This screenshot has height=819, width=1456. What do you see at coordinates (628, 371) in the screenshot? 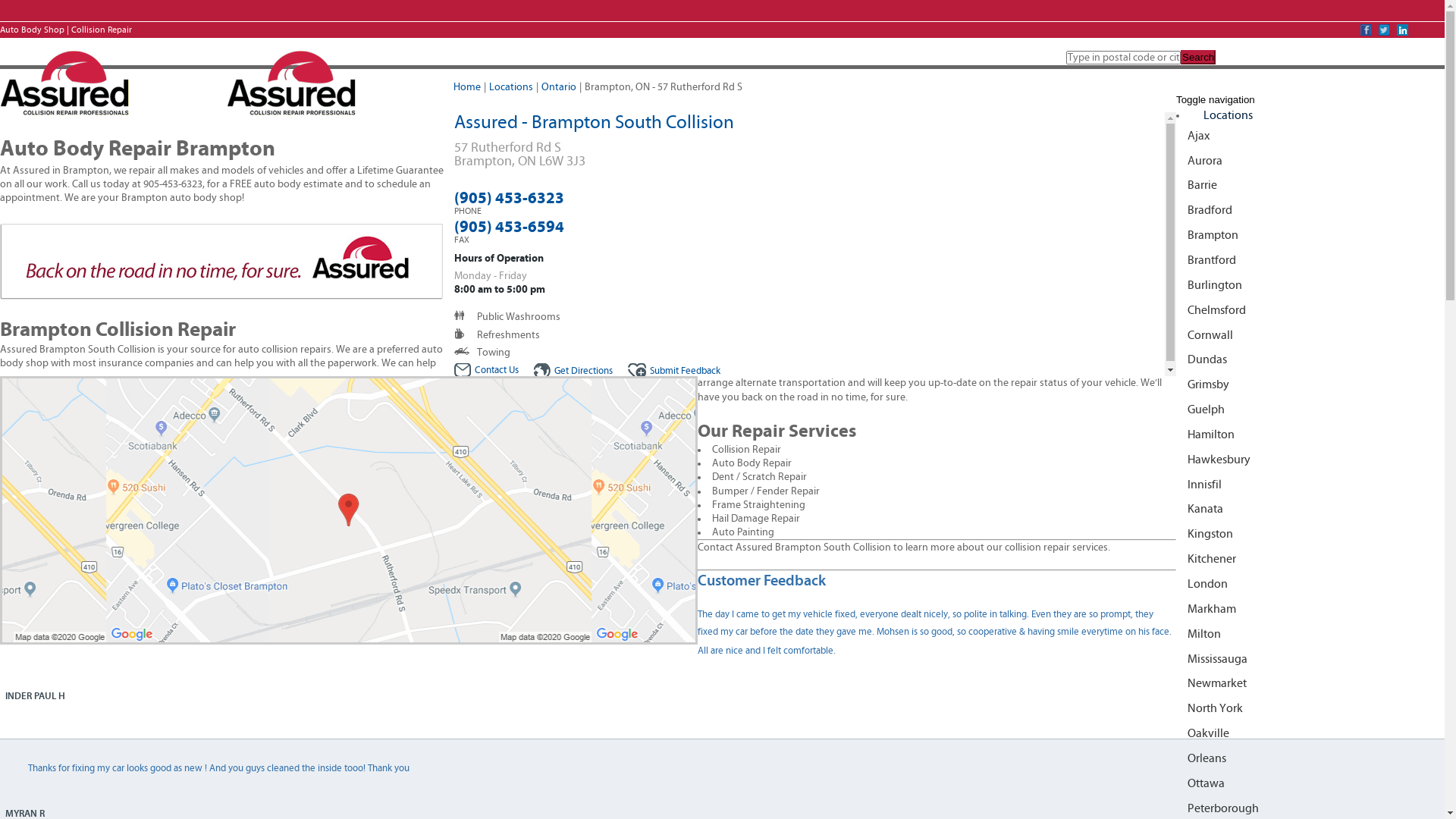
I see `'Submit Feedback'` at bounding box center [628, 371].